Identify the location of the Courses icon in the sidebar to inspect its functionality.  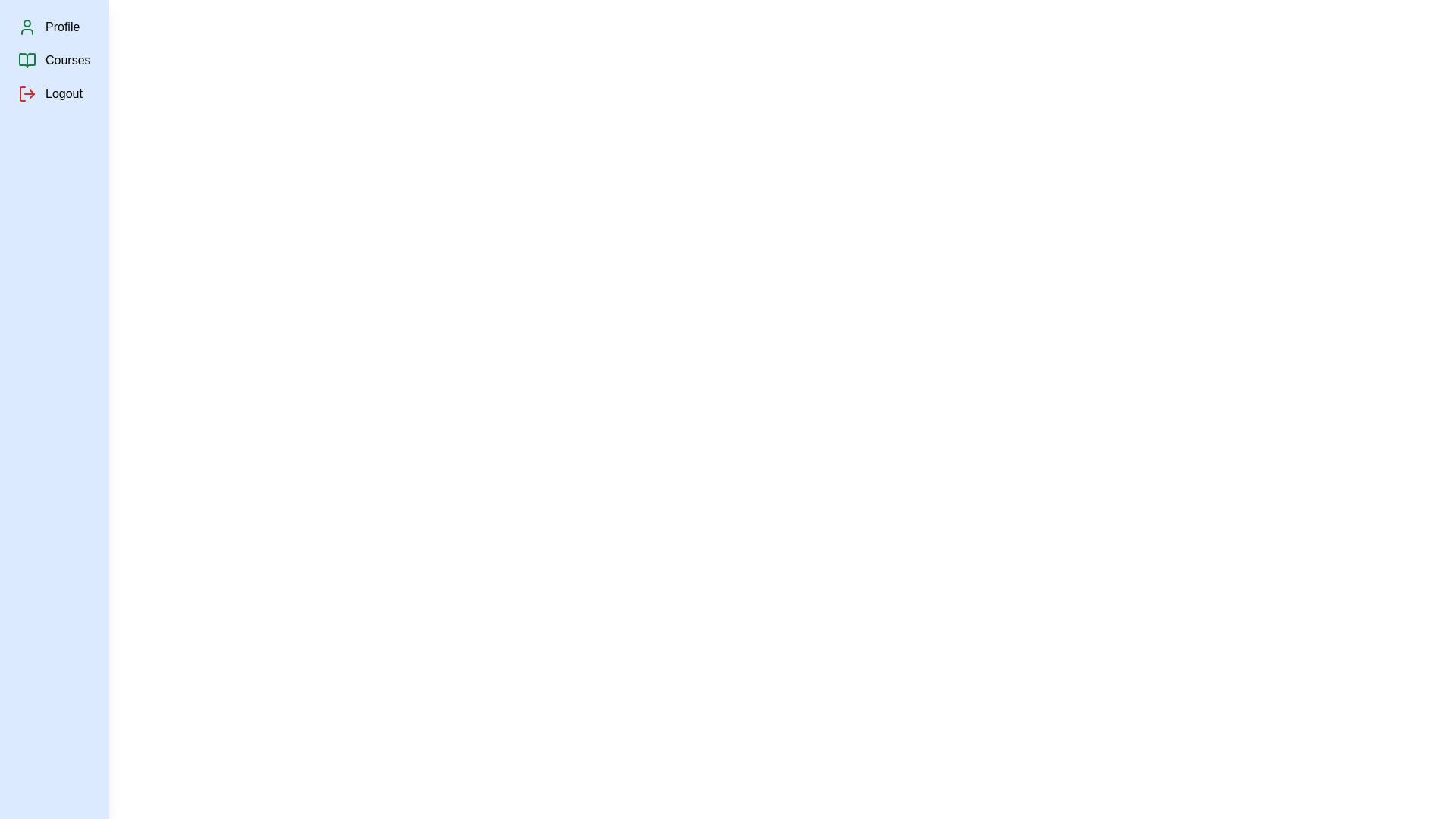
(27, 60).